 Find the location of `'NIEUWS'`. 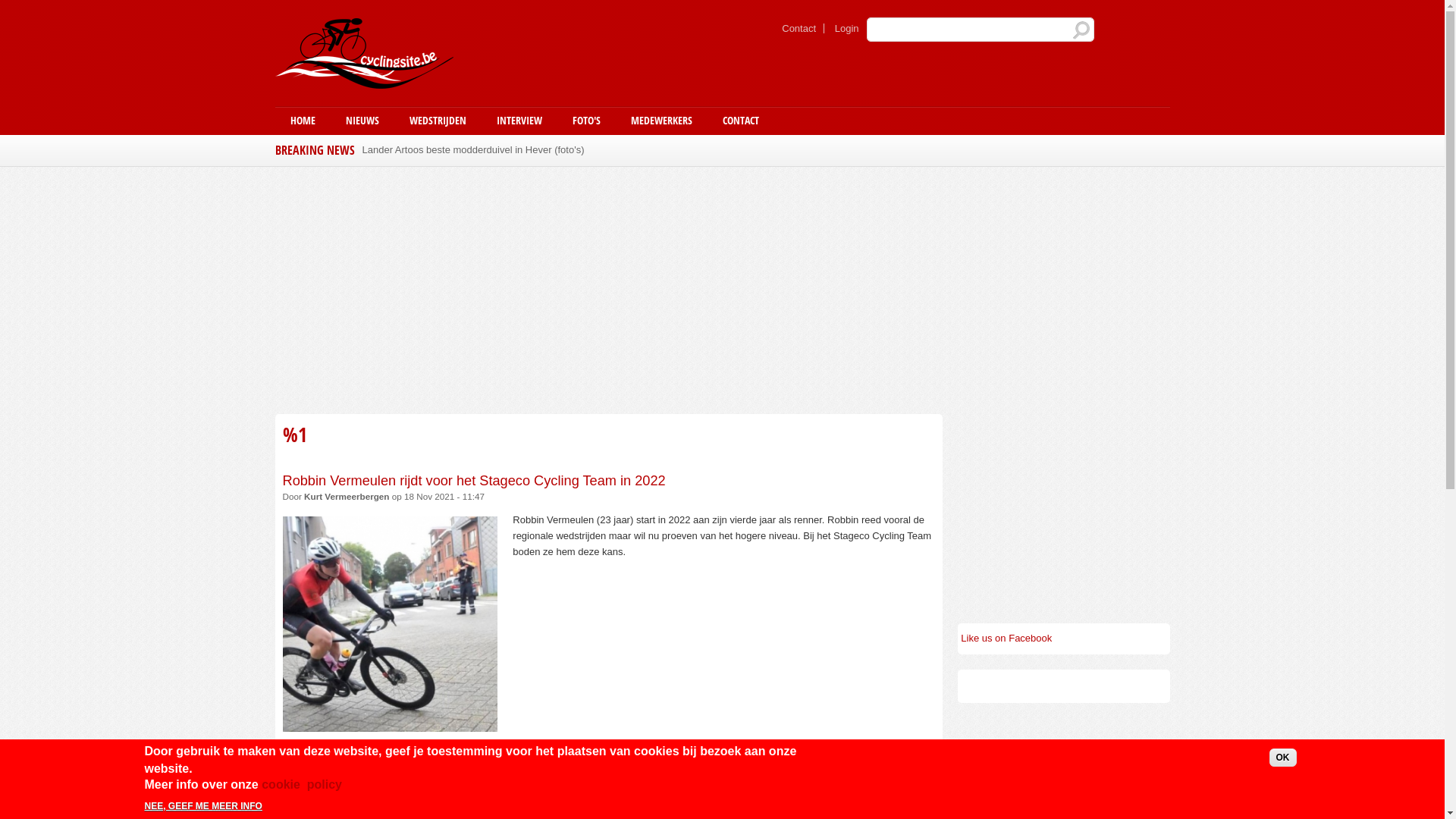

'NIEUWS' is located at coordinates (330, 120).